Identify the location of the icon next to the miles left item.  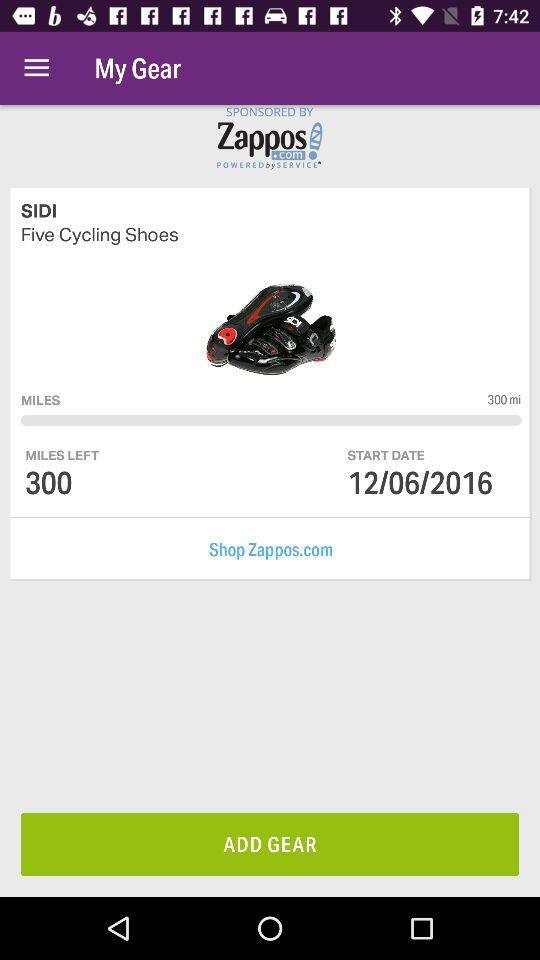
(419, 481).